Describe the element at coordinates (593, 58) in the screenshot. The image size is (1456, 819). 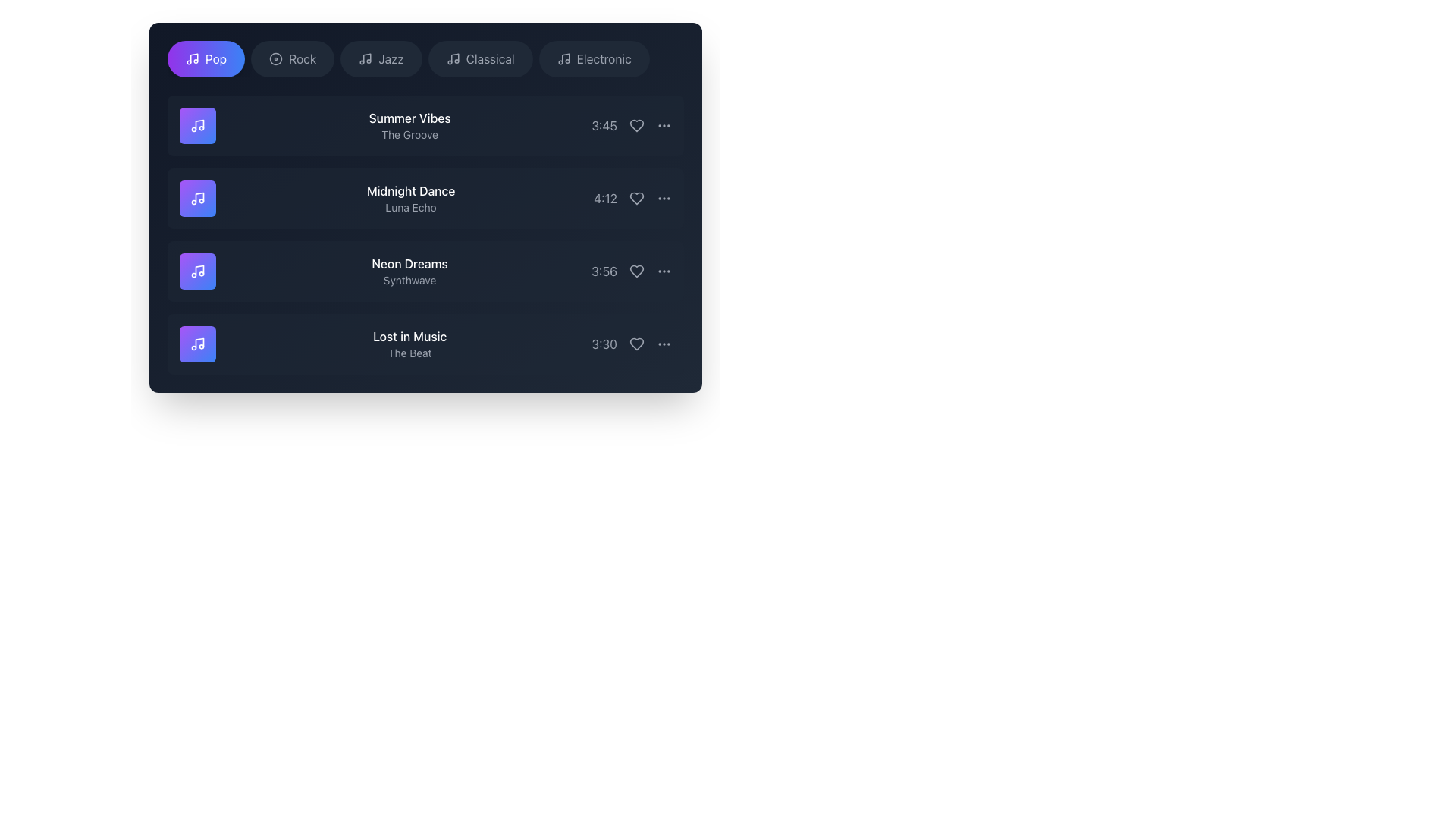
I see `the 'Electronic' button with a musical note icon to filter or navigate in the genre tabs at the top of the interface` at that location.